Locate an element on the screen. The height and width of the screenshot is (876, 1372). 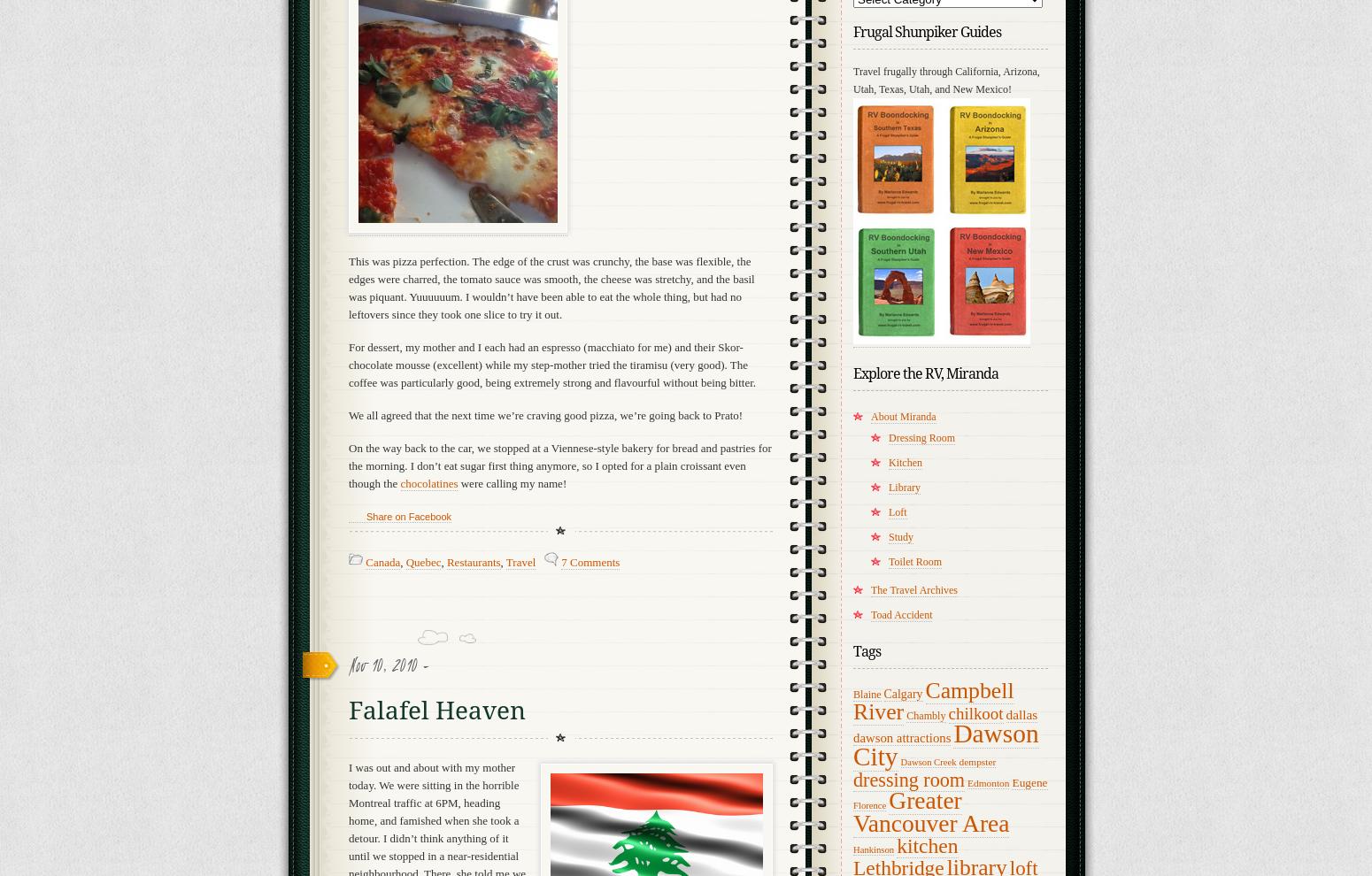
'dempster' is located at coordinates (976, 762).